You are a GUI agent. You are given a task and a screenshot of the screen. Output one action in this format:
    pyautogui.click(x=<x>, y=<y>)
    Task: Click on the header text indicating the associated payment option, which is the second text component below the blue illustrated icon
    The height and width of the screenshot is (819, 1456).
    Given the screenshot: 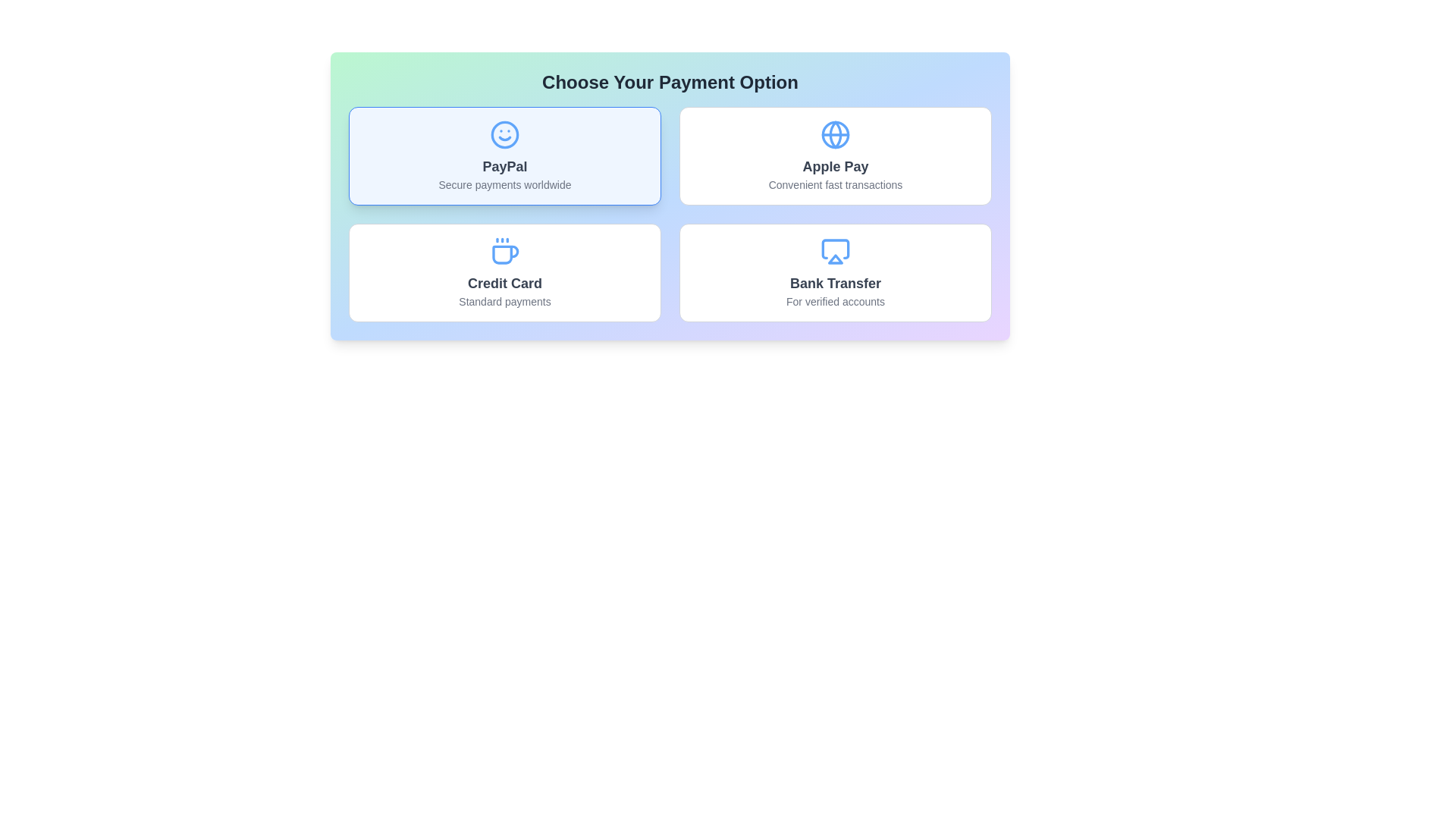 What is the action you would take?
    pyautogui.click(x=835, y=284)
    